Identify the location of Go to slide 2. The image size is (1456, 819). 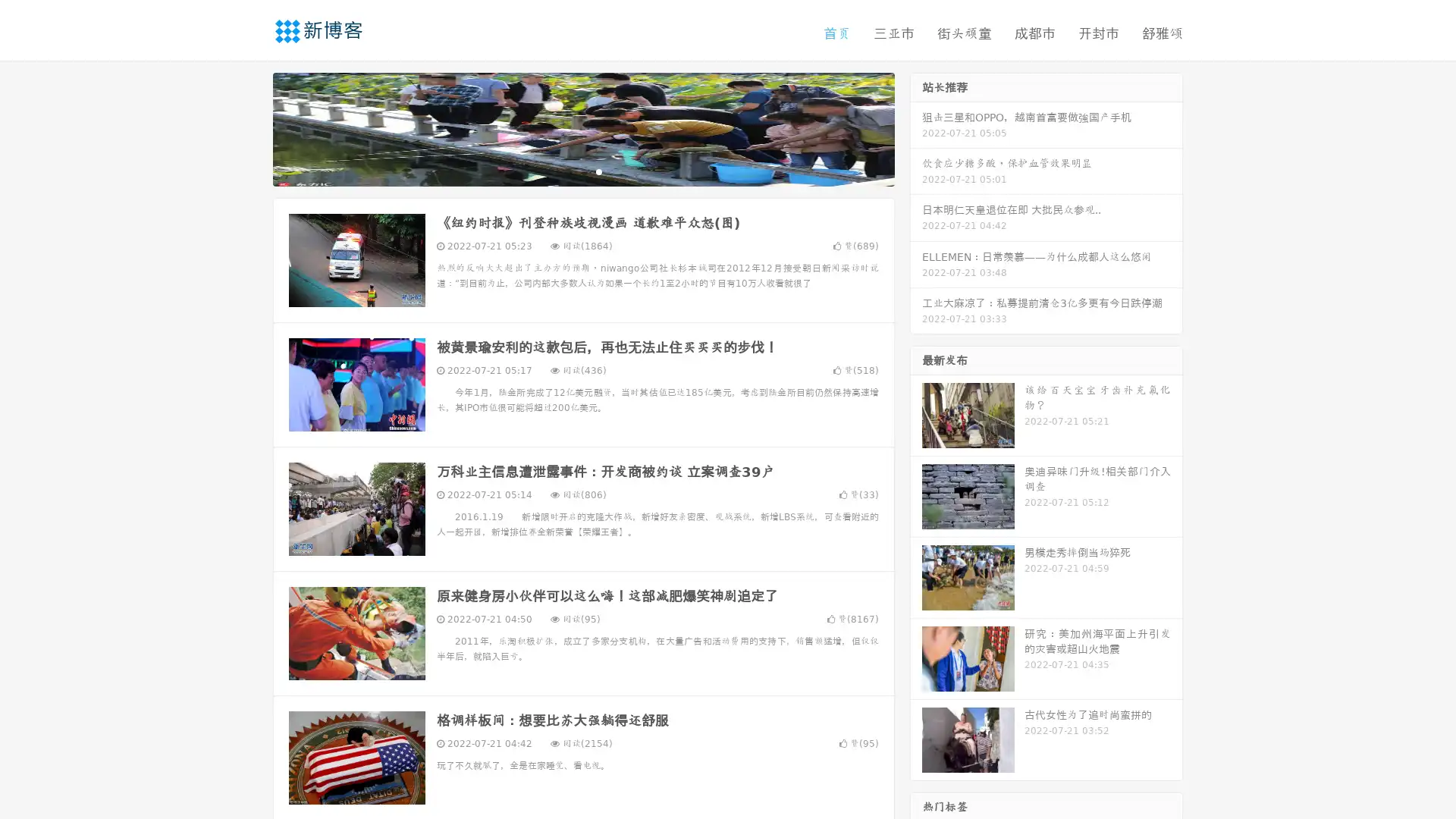
(582, 171).